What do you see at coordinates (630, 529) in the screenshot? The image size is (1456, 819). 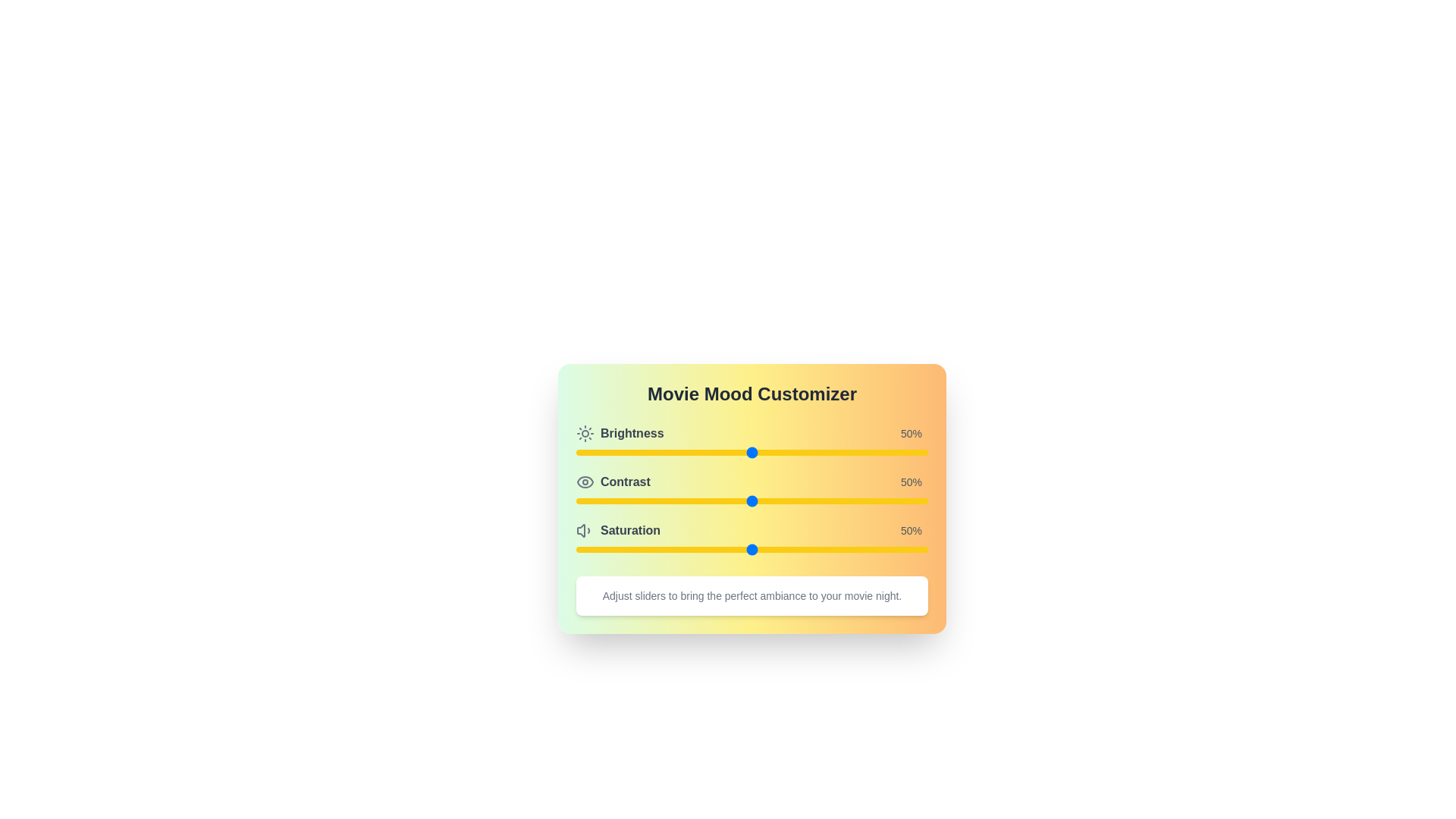 I see `the 'Saturation' label text, which is displayed in a bold, gray font and is located next to a speaker icon within the 'Movie Mood Customizer' module` at bounding box center [630, 529].